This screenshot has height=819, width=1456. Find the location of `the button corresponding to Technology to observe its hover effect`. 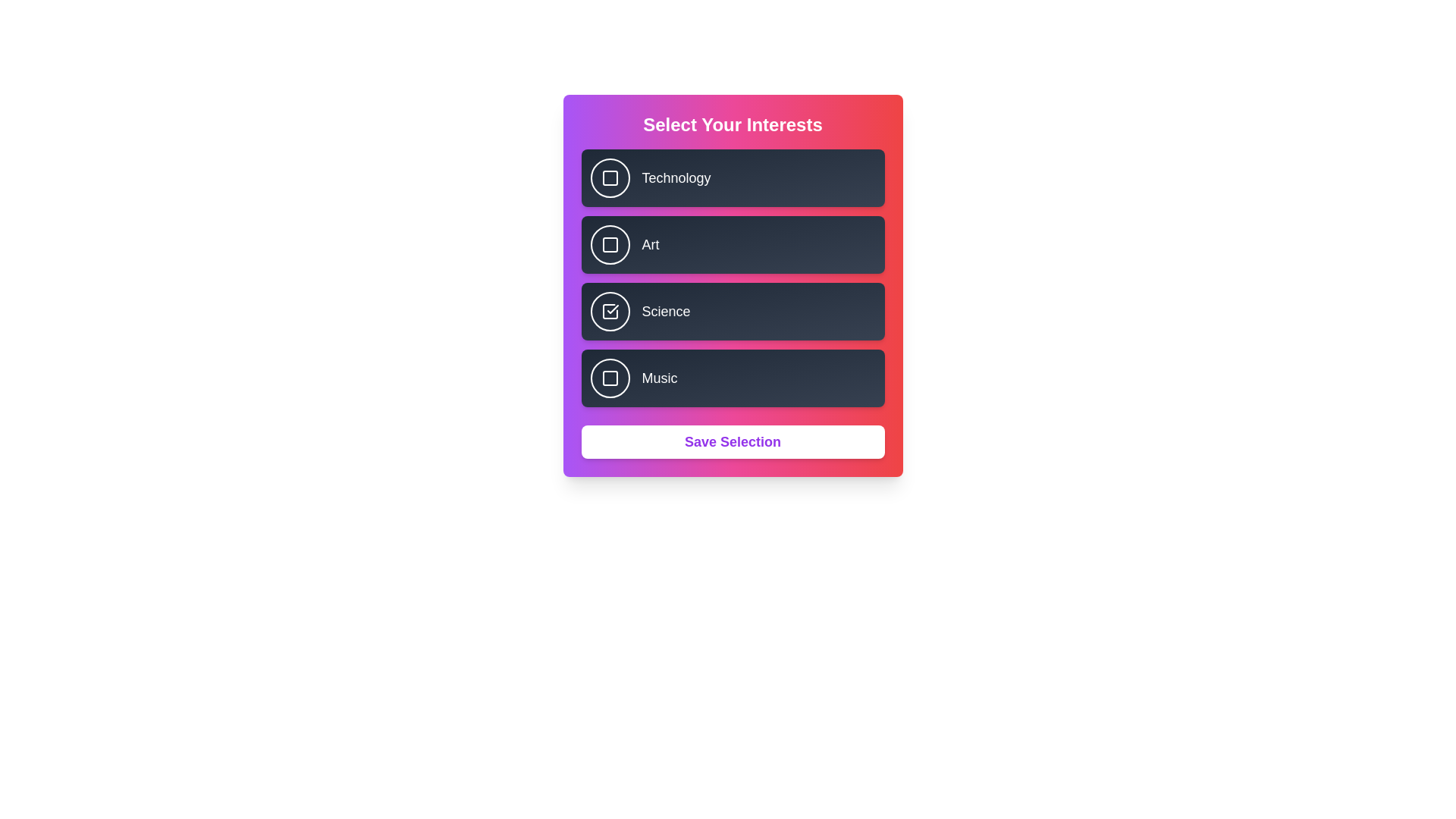

the button corresponding to Technology to observe its hover effect is located at coordinates (610, 177).